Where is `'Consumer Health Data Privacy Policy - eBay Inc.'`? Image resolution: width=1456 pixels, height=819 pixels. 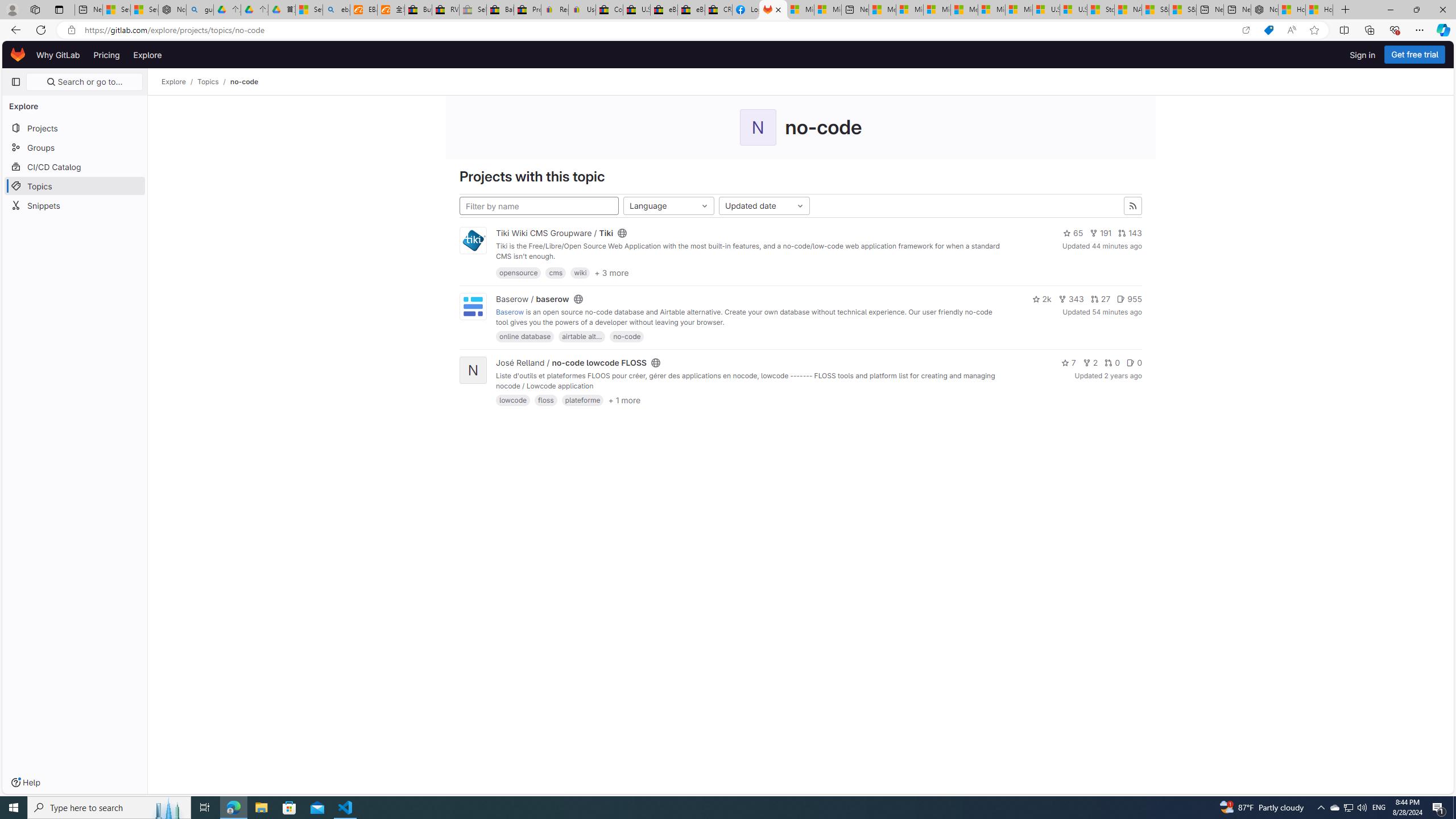 'Consumer Health Data Privacy Policy - eBay Inc.' is located at coordinates (609, 9).